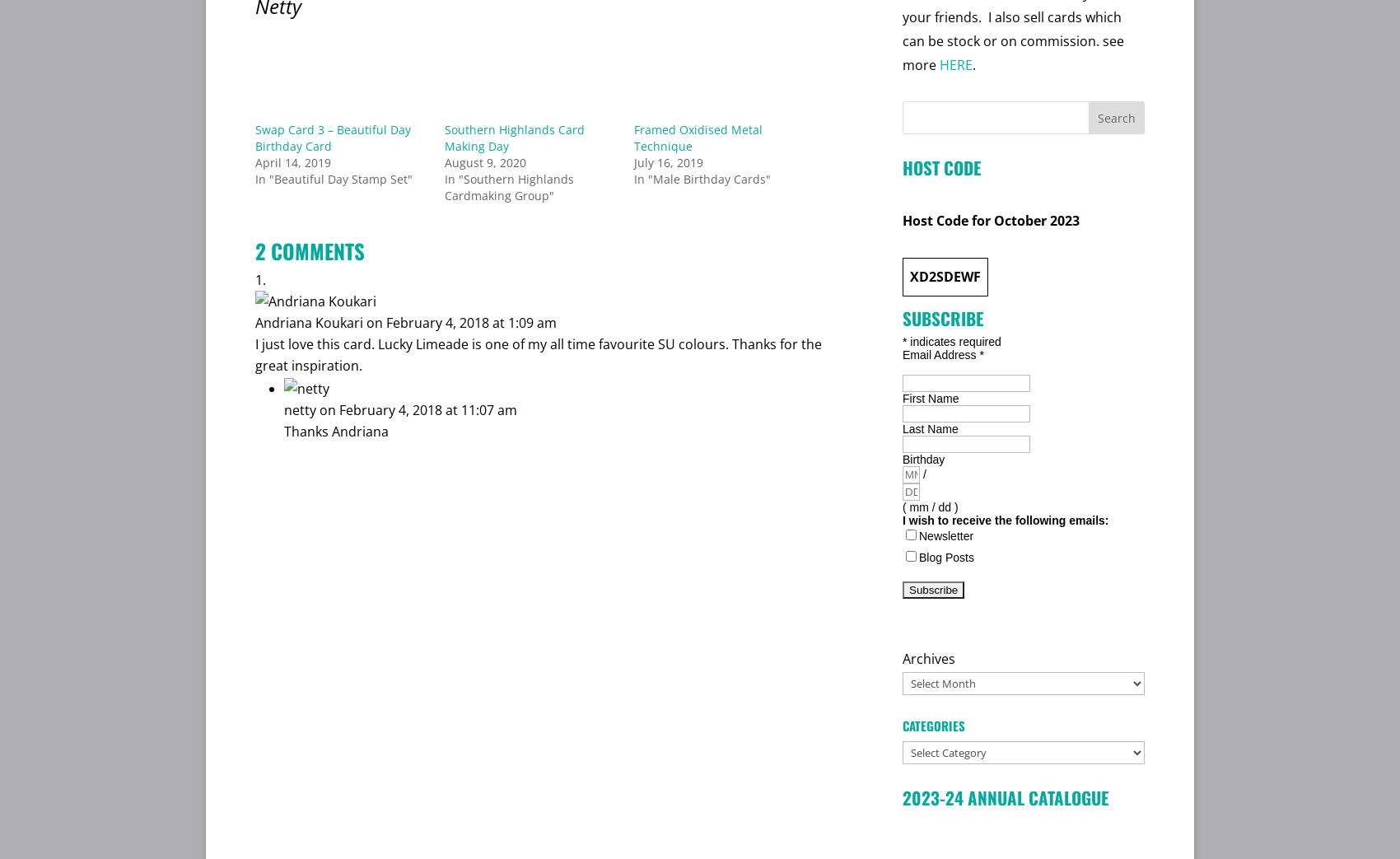 The width and height of the screenshot is (1400, 859). I want to click on 'Blog Posts', so click(946, 556).